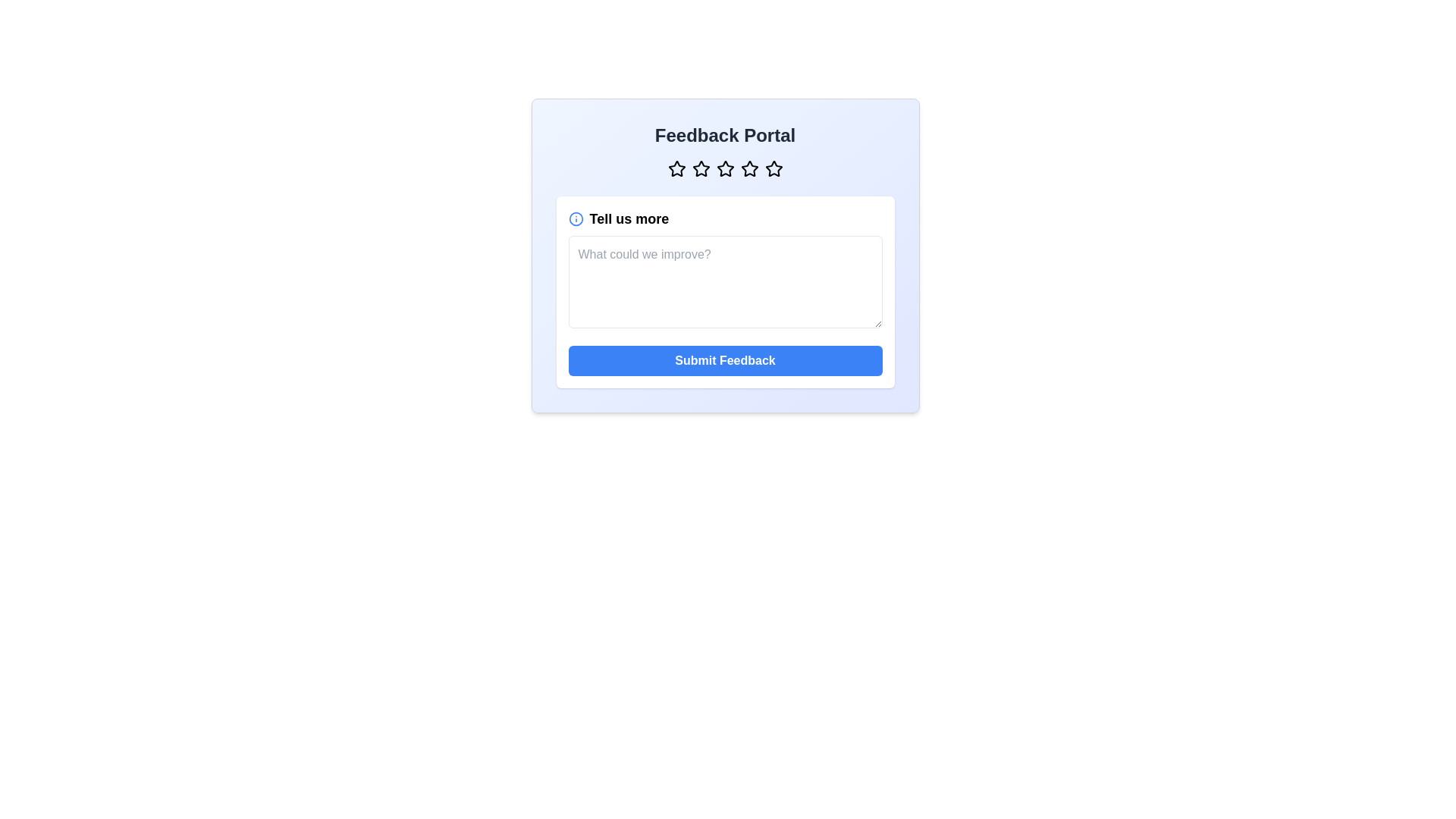 The height and width of the screenshot is (819, 1456). Describe the element at coordinates (773, 168) in the screenshot. I see `the fifth star-shaped icon with a hollow center, outlined in black, to confirm selection` at that location.